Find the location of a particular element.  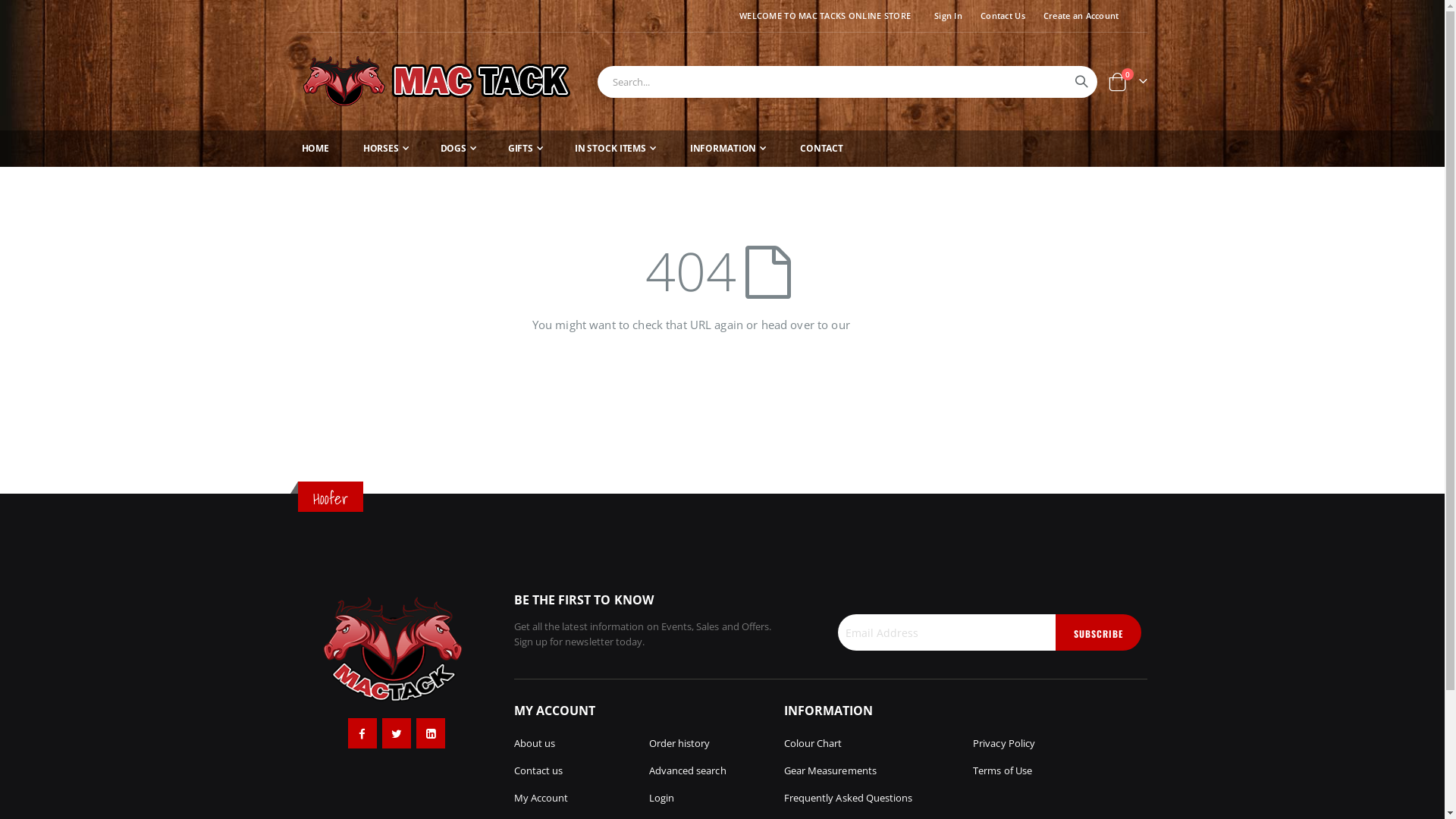

'IN STOCK ITEMS' is located at coordinates (615, 149).